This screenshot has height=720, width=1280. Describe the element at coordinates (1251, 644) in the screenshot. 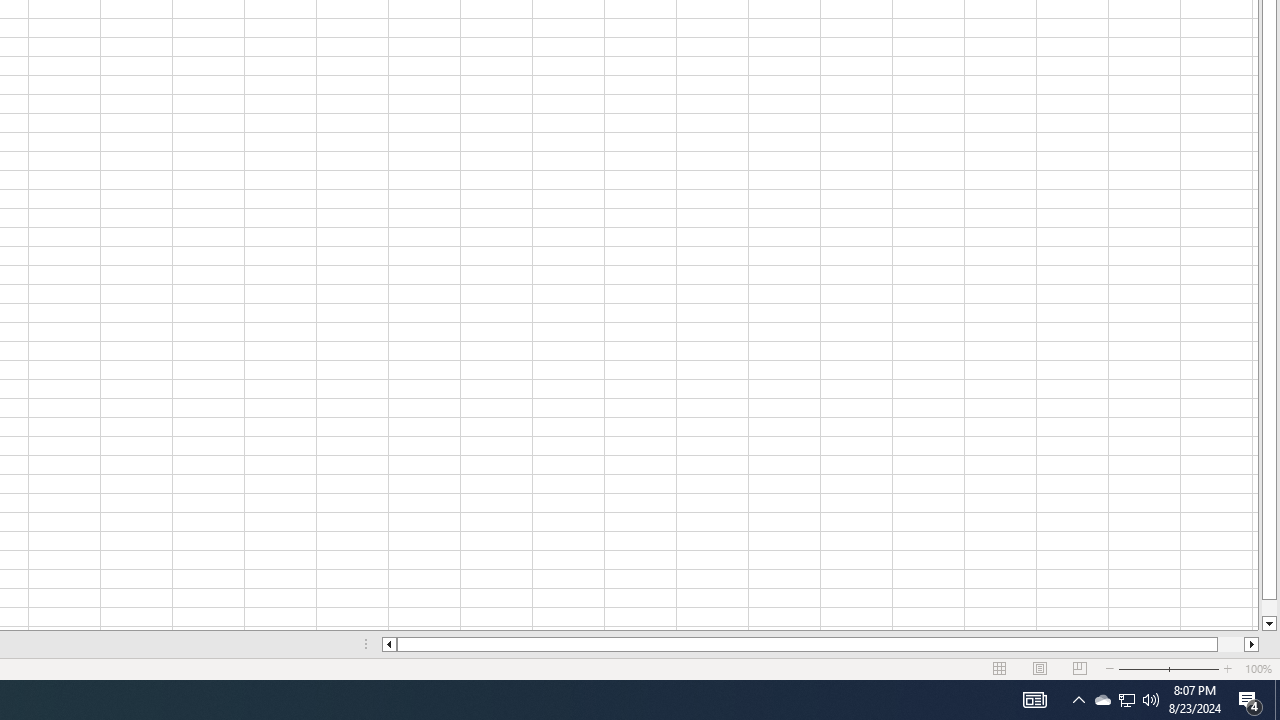

I see `'Column right'` at that location.